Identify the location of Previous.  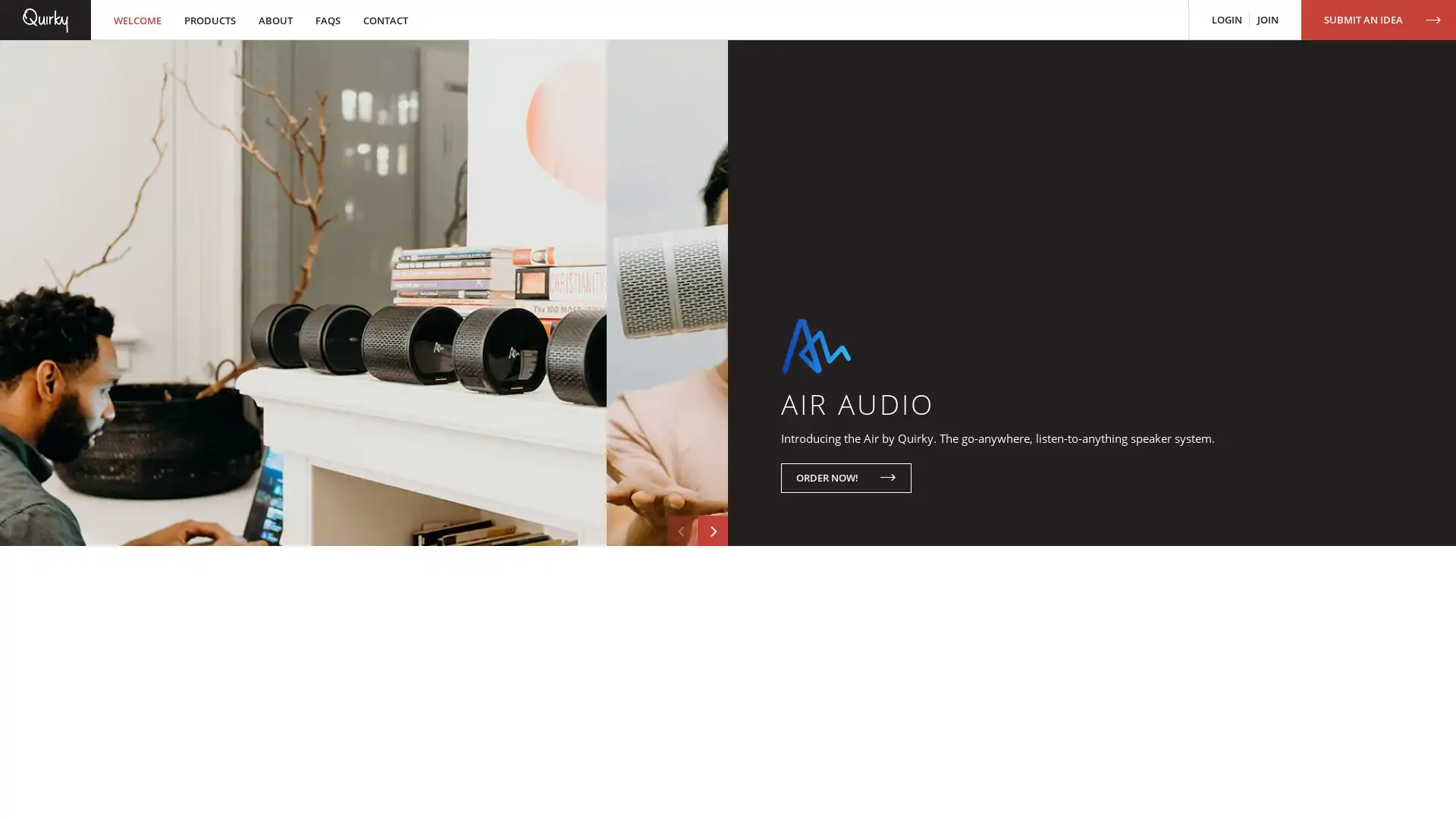
(680, 632).